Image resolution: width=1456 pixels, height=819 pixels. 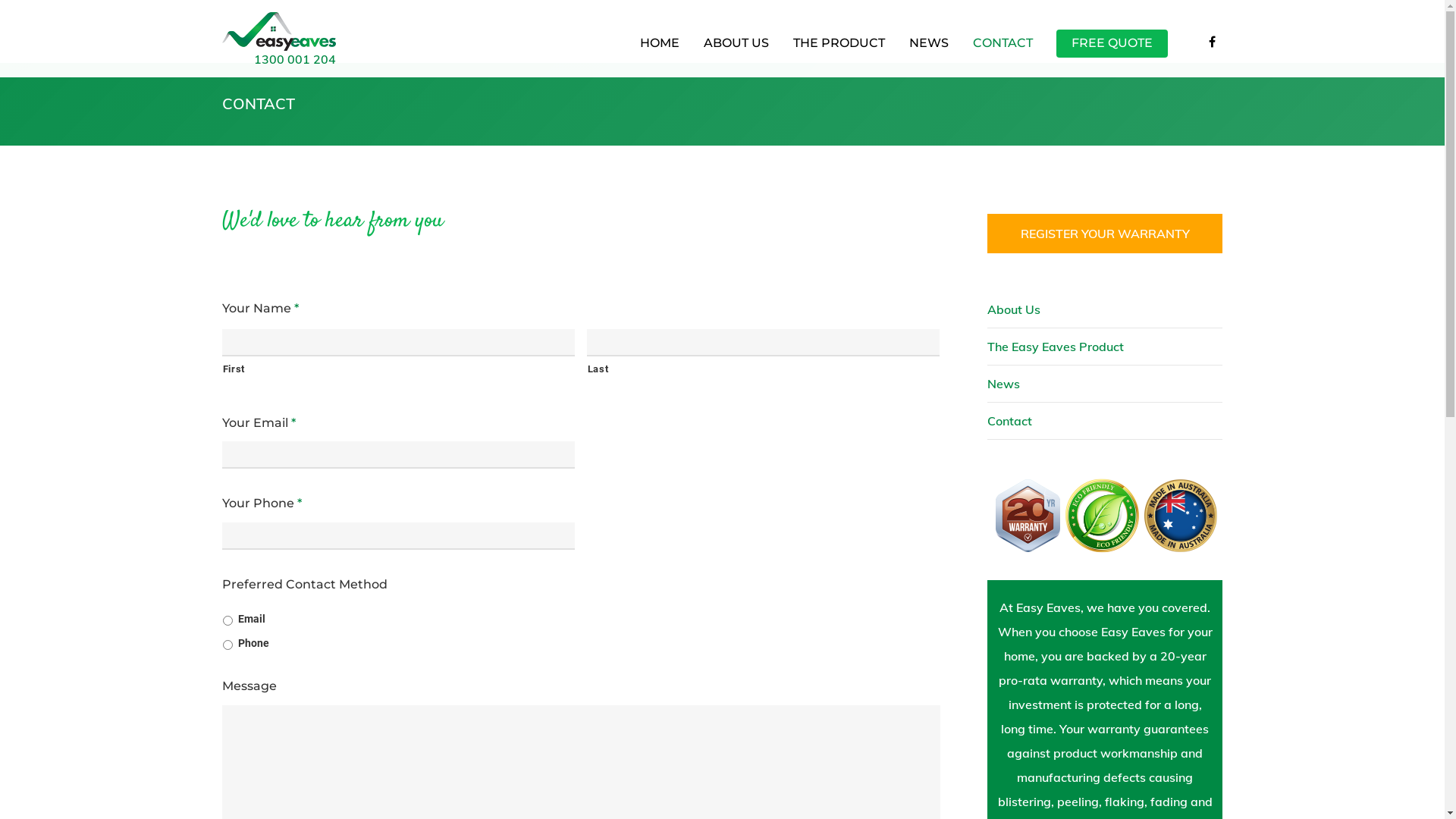 I want to click on 'THE PRODUCT', so click(x=837, y=49).